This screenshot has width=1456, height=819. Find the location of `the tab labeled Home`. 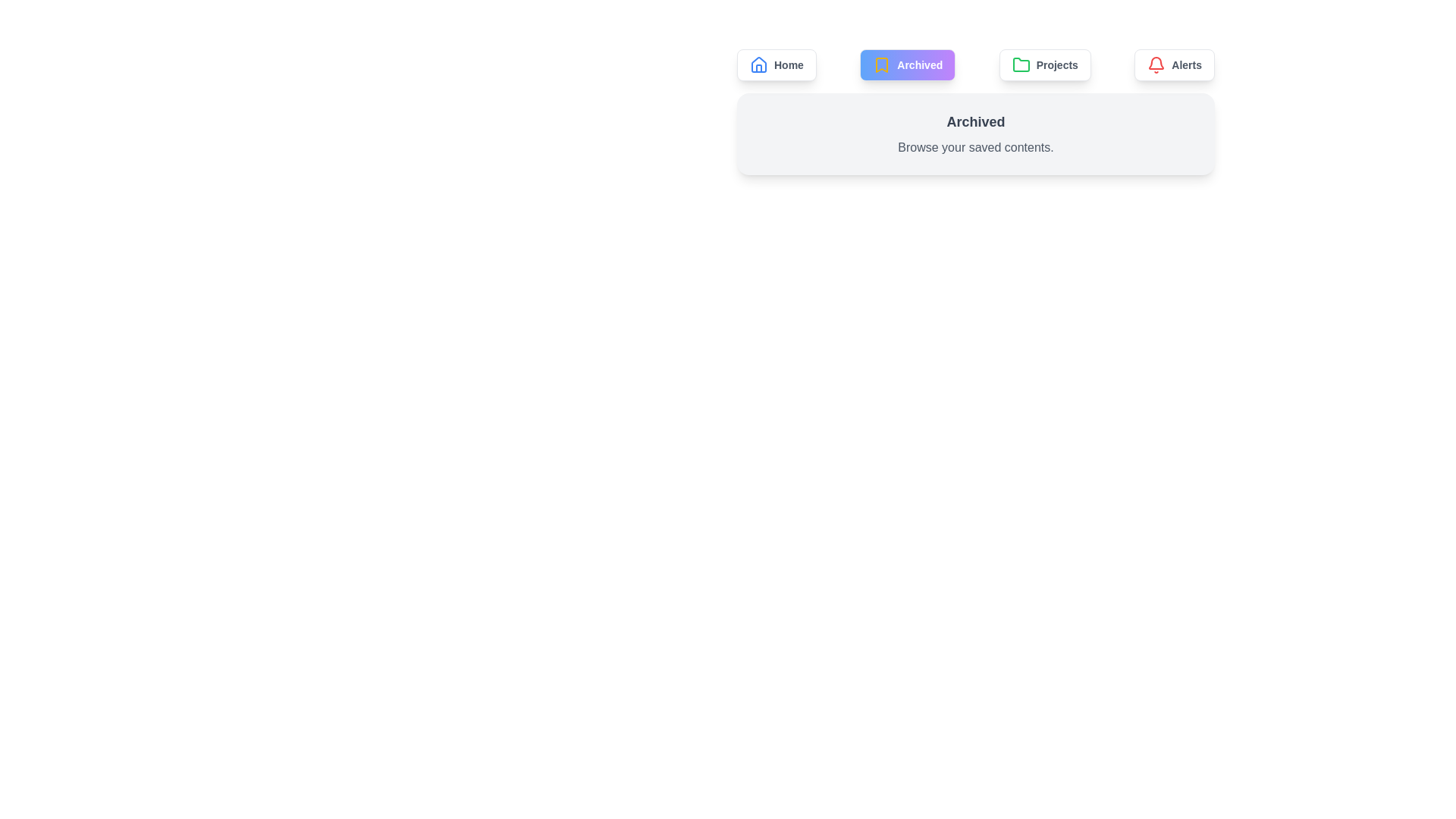

the tab labeled Home is located at coordinates (777, 64).